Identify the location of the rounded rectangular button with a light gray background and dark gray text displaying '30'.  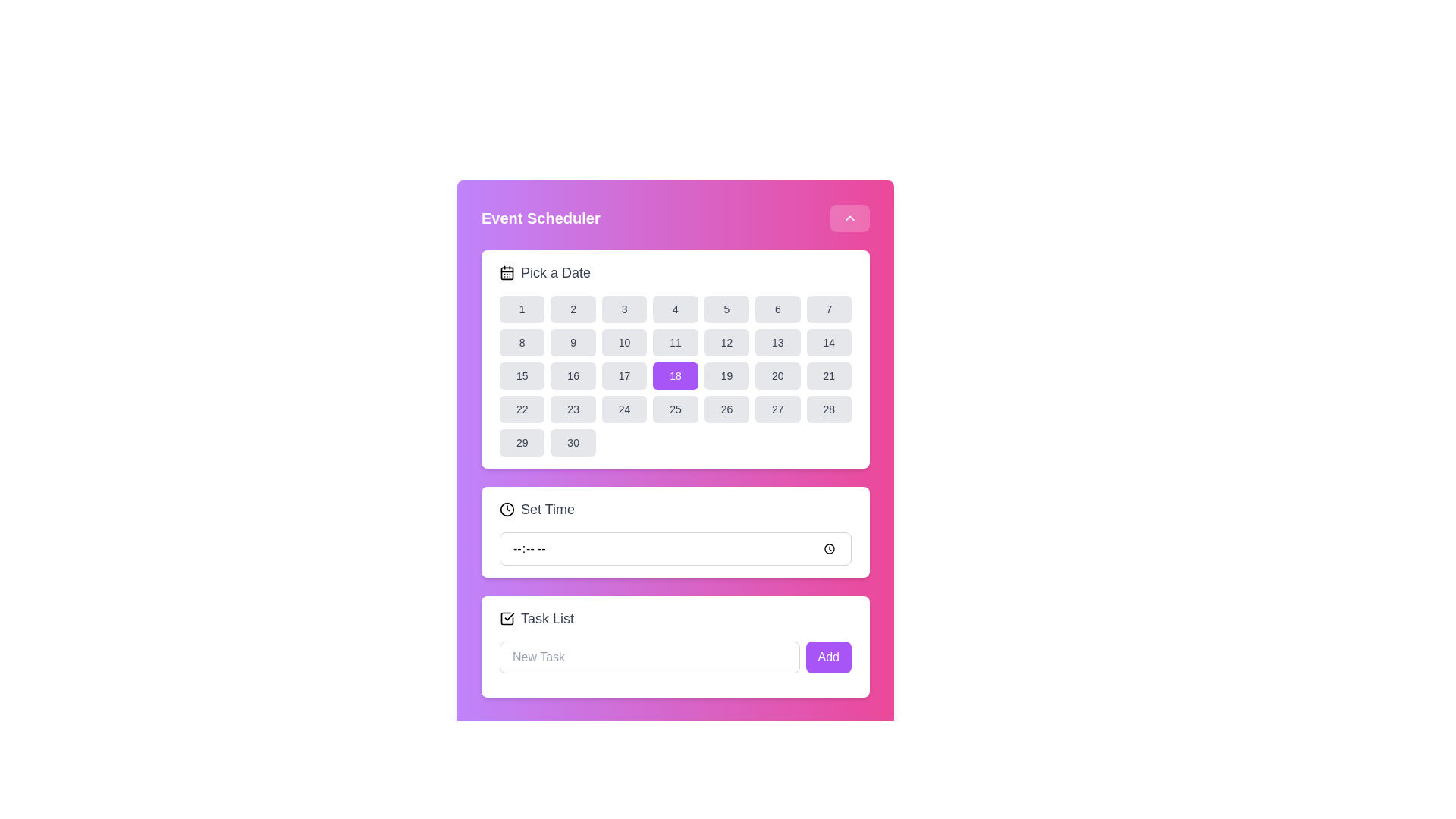
(572, 442).